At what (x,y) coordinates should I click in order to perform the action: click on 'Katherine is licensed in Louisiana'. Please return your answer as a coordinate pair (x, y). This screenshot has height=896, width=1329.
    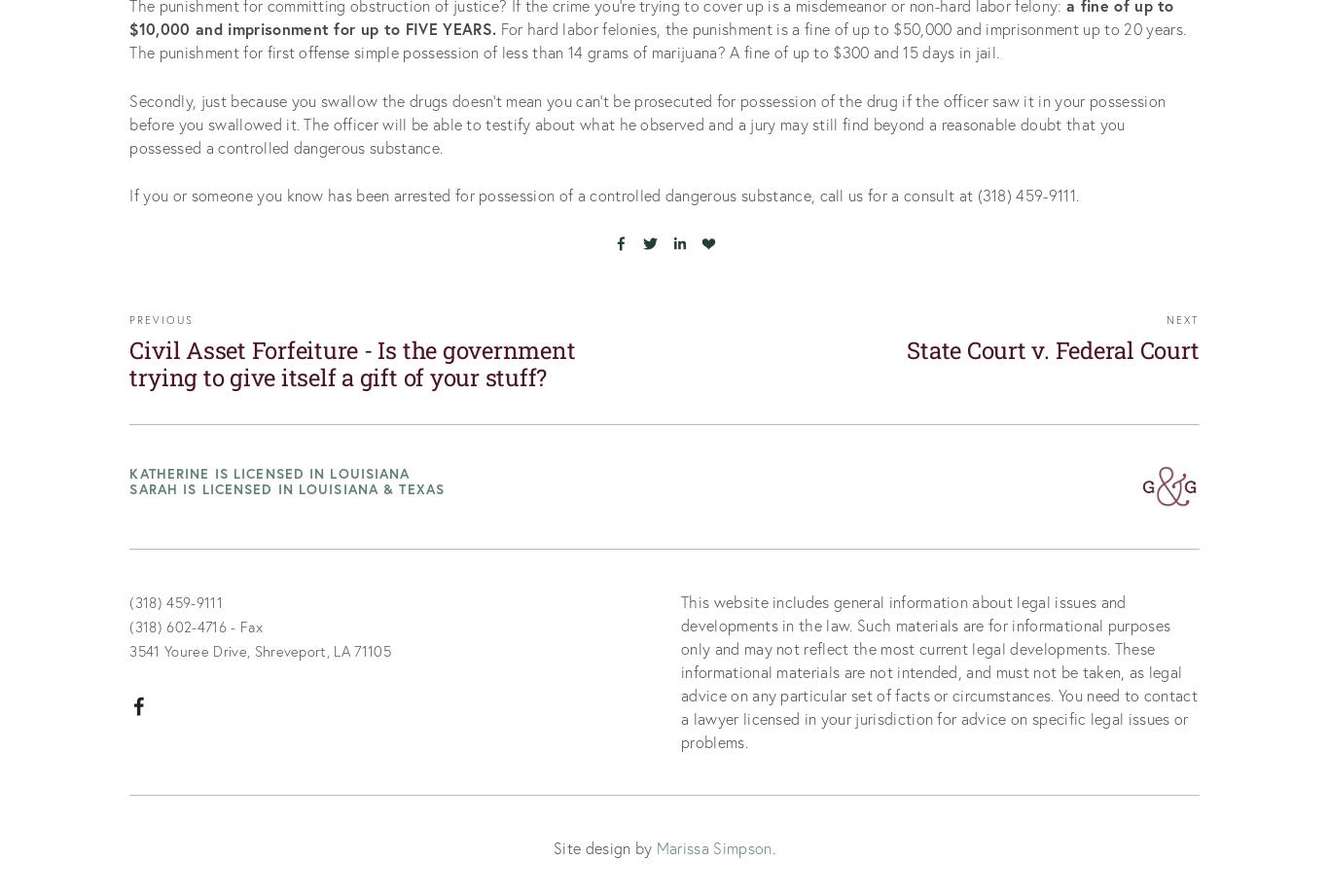
    Looking at the image, I should click on (128, 471).